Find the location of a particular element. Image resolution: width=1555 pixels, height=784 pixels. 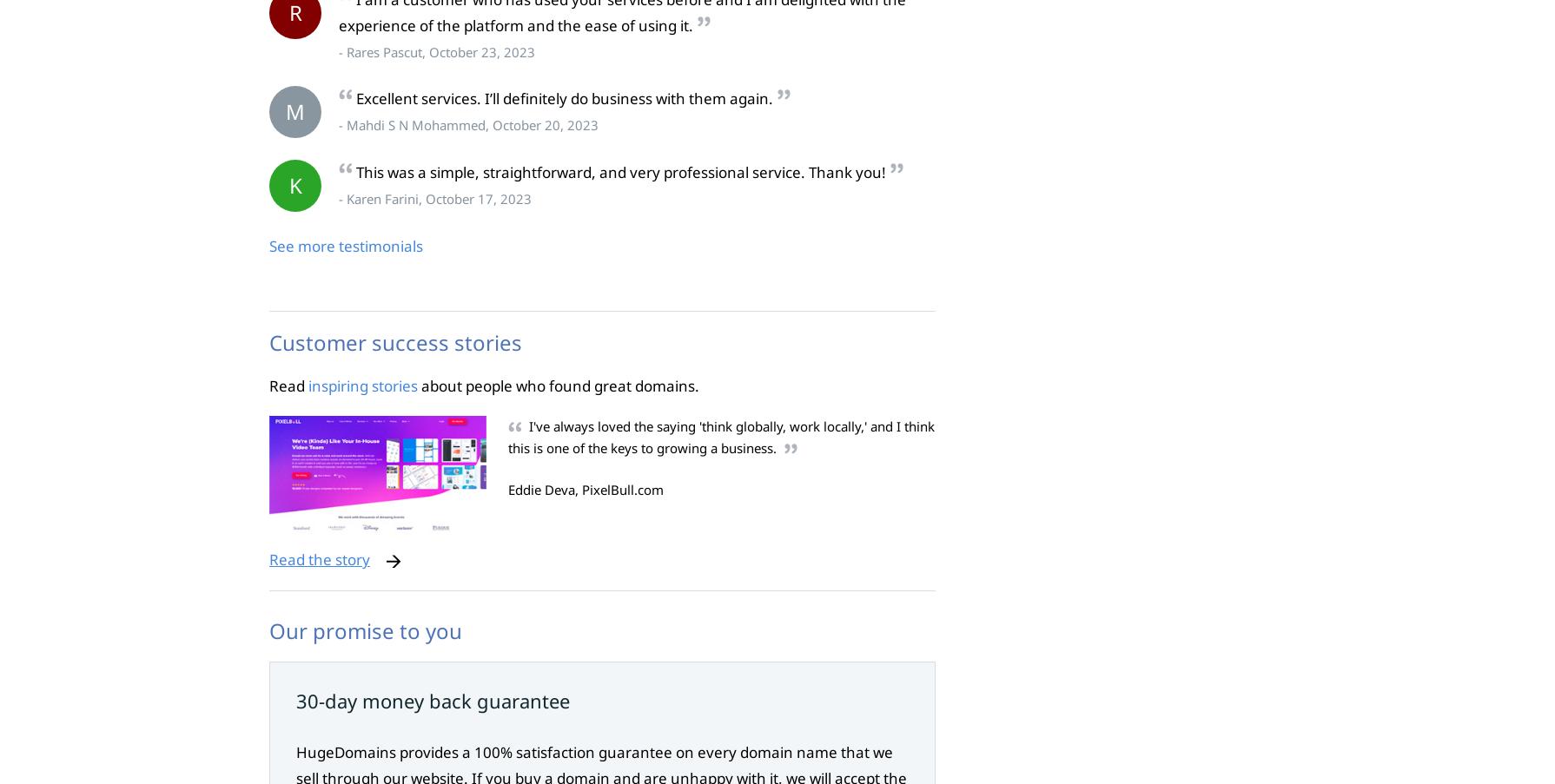

'This was a simple, straightforward, and very professional service. Thank you!' is located at coordinates (619, 172).